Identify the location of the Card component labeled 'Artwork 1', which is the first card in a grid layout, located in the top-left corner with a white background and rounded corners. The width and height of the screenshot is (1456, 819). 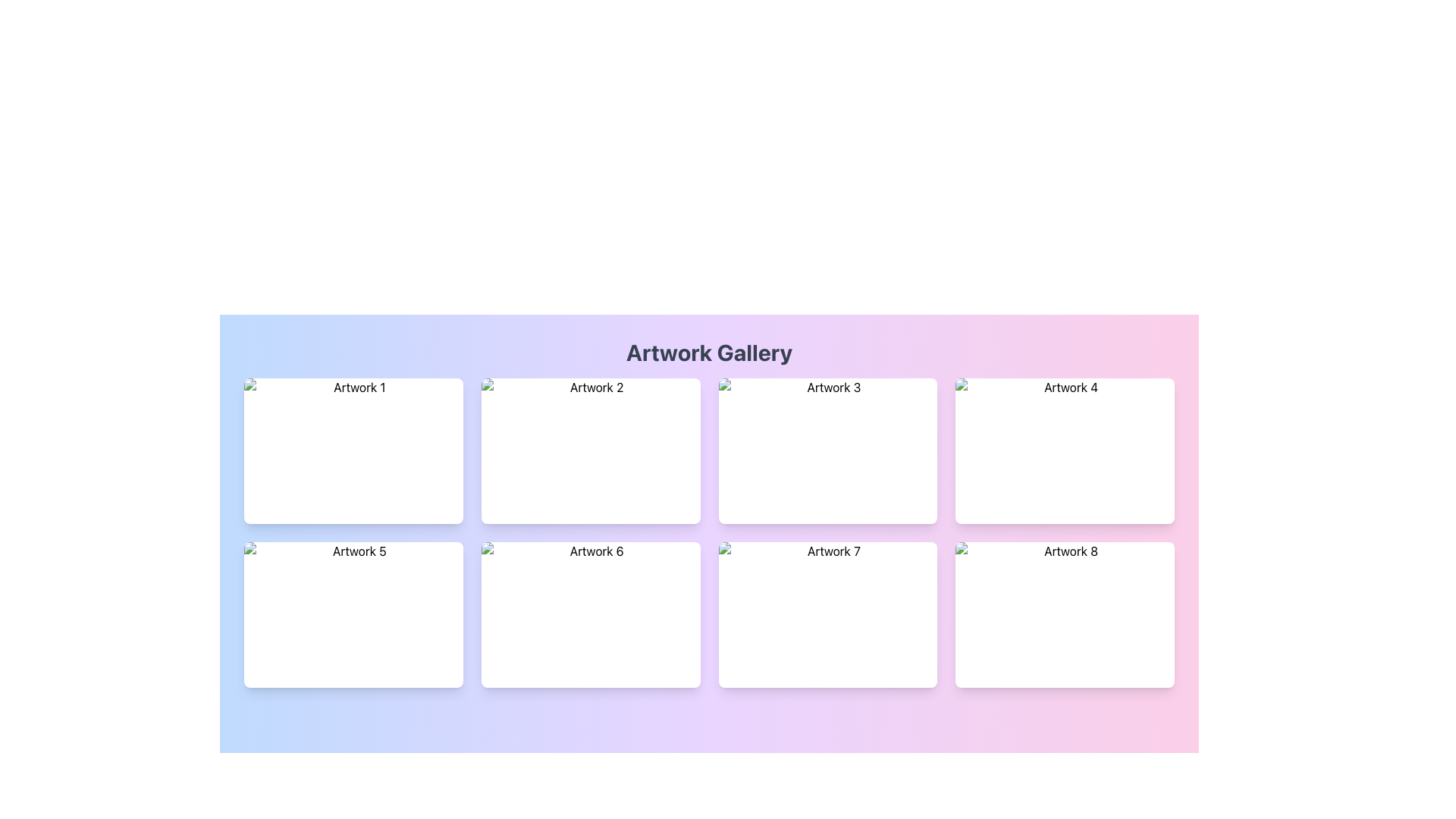
(353, 450).